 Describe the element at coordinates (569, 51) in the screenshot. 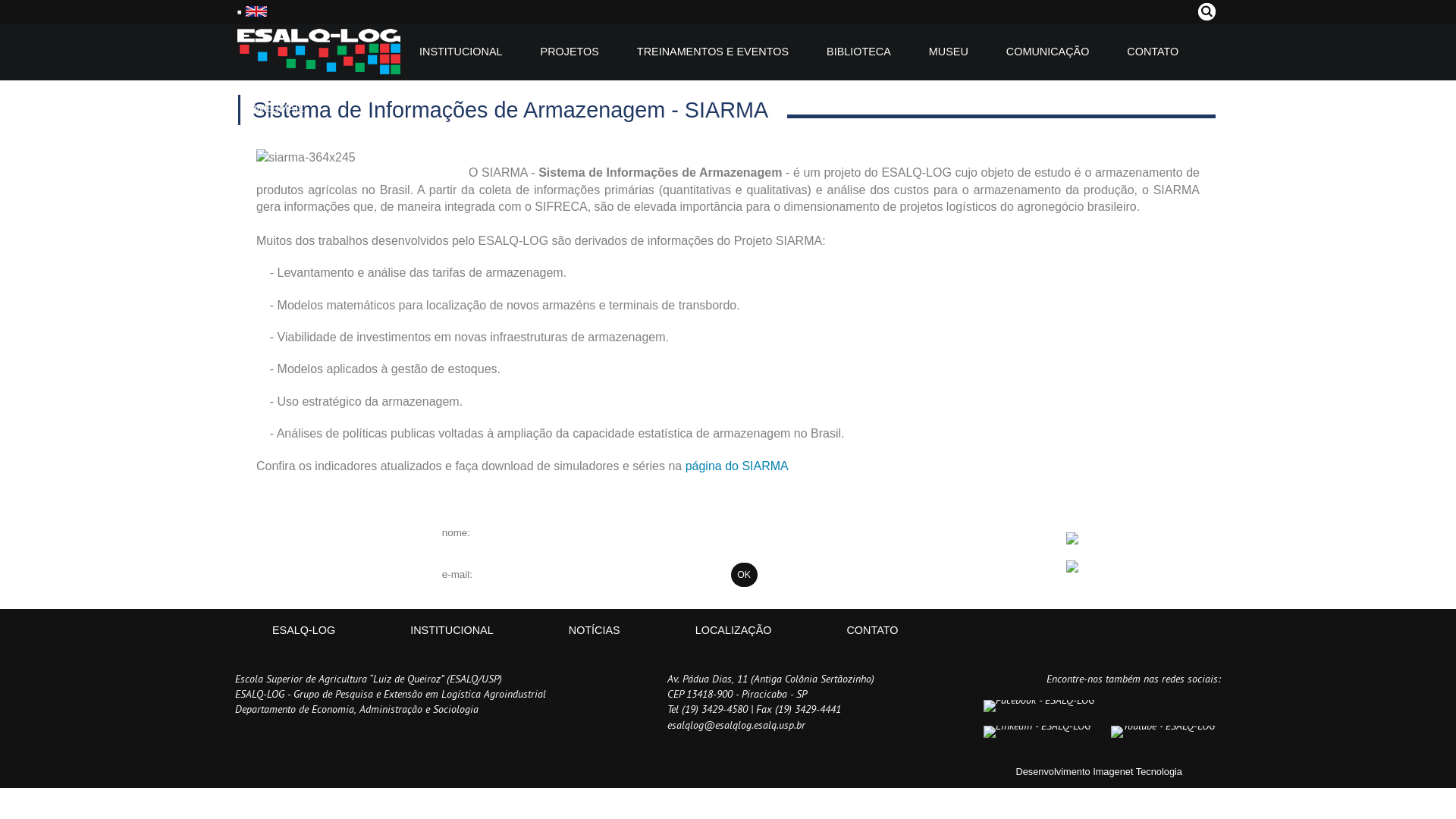

I see `'PROJETOS'` at that location.